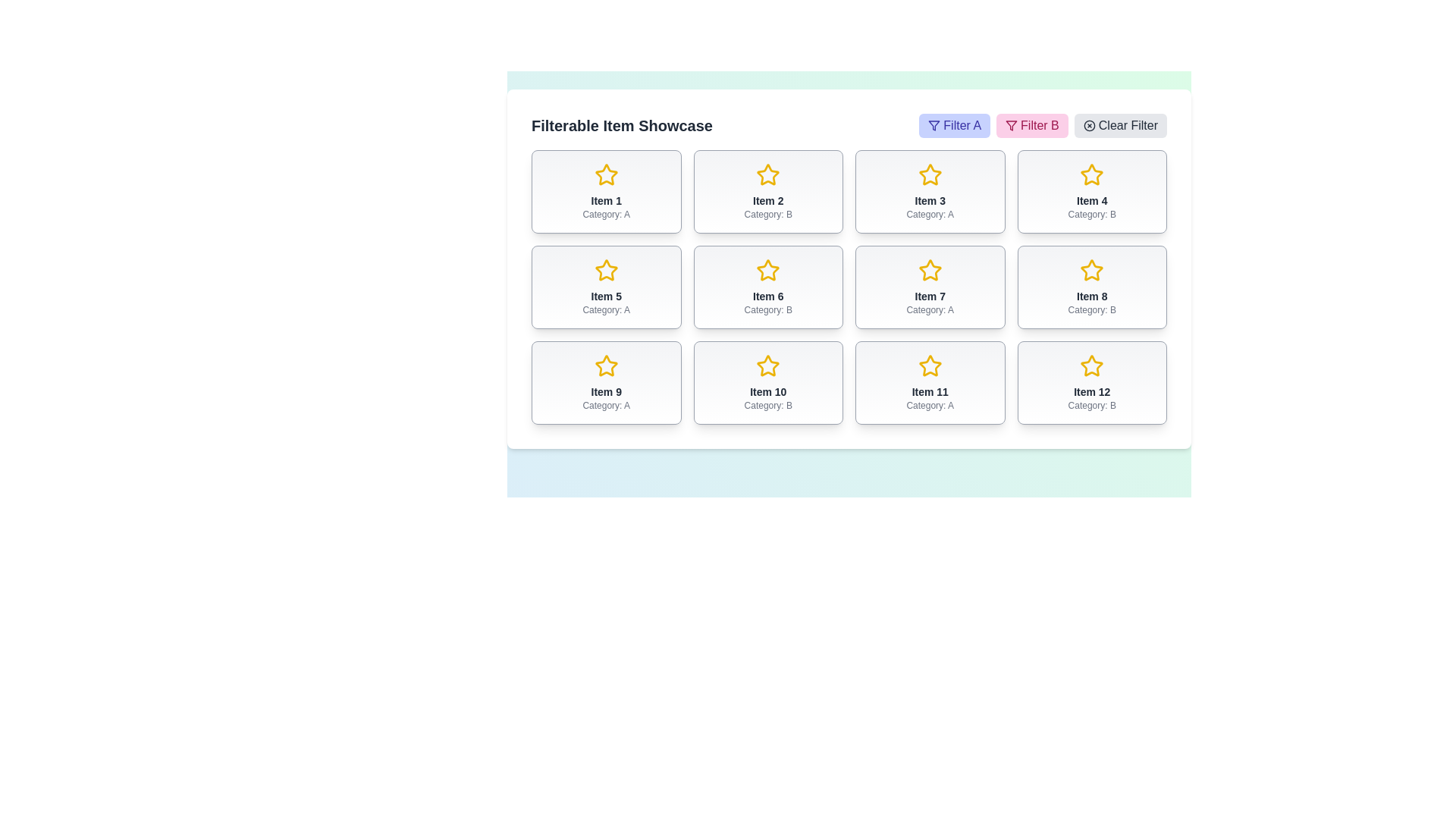 Image resolution: width=1456 pixels, height=819 pixels. What do you see at coordinates (954, 124) in the screenshot?
I see `the first button labeled 'A'` at bounding box center [954, 124].